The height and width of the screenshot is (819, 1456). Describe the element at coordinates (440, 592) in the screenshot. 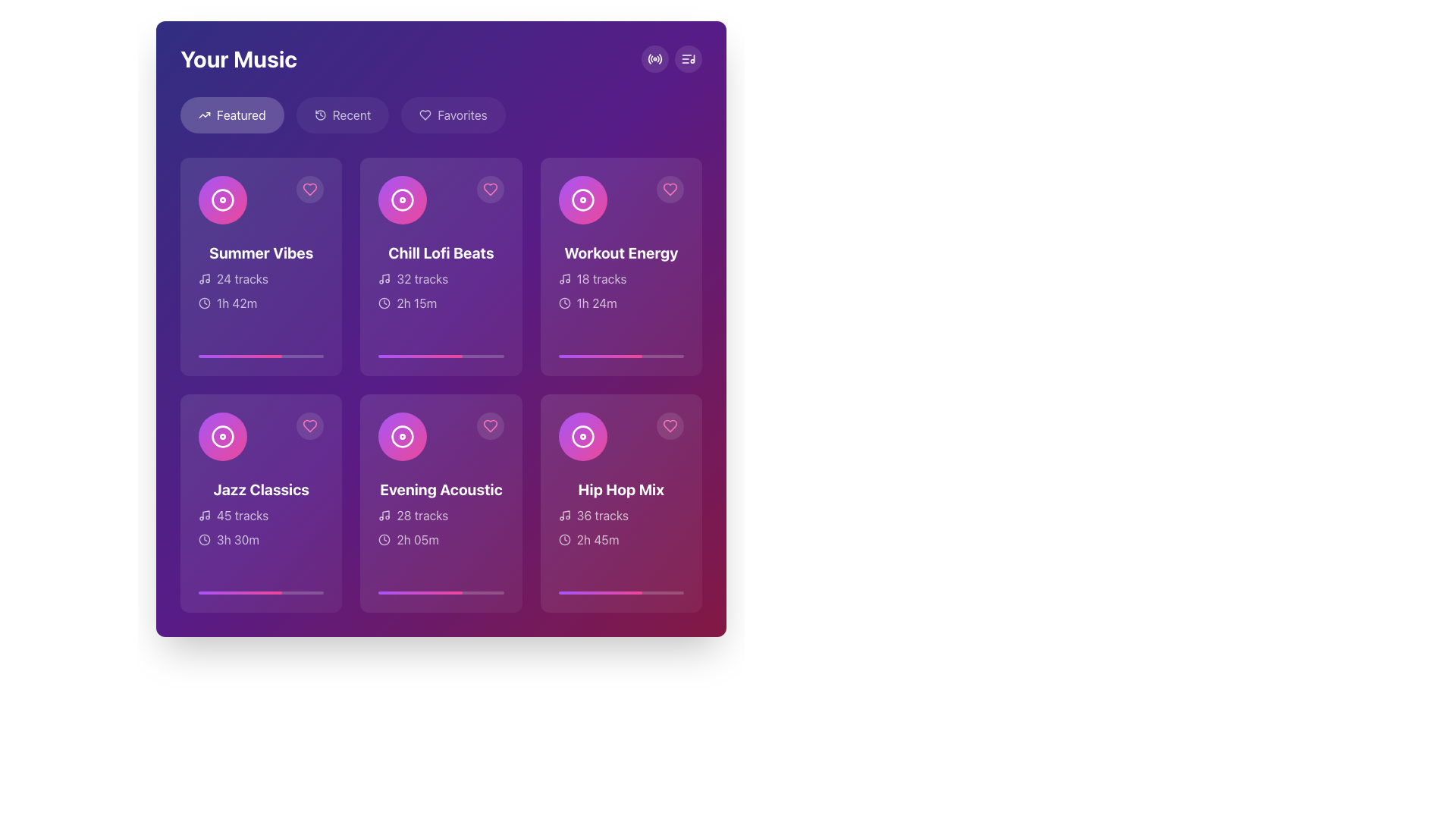

I see `the progress bar representing the completion percentage for the 'Evening Acoustic' playlist, located at the bottom of the card in the 'Your Music' section` at that location.